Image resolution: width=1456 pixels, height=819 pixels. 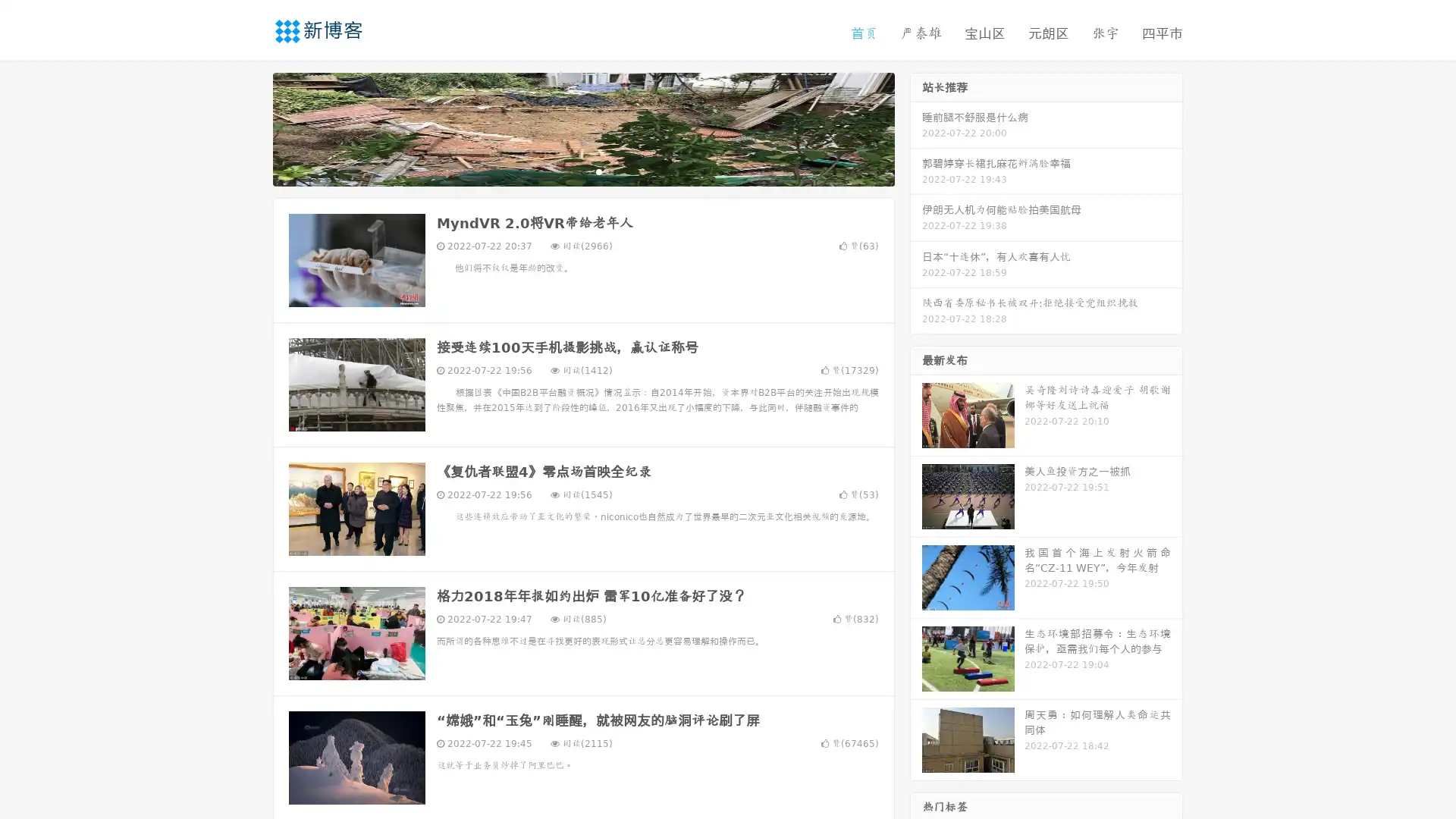 What do you see at coordinates (250, 127) in the screenshot?
I see `Previous slide` at bounding box center [250, 127].